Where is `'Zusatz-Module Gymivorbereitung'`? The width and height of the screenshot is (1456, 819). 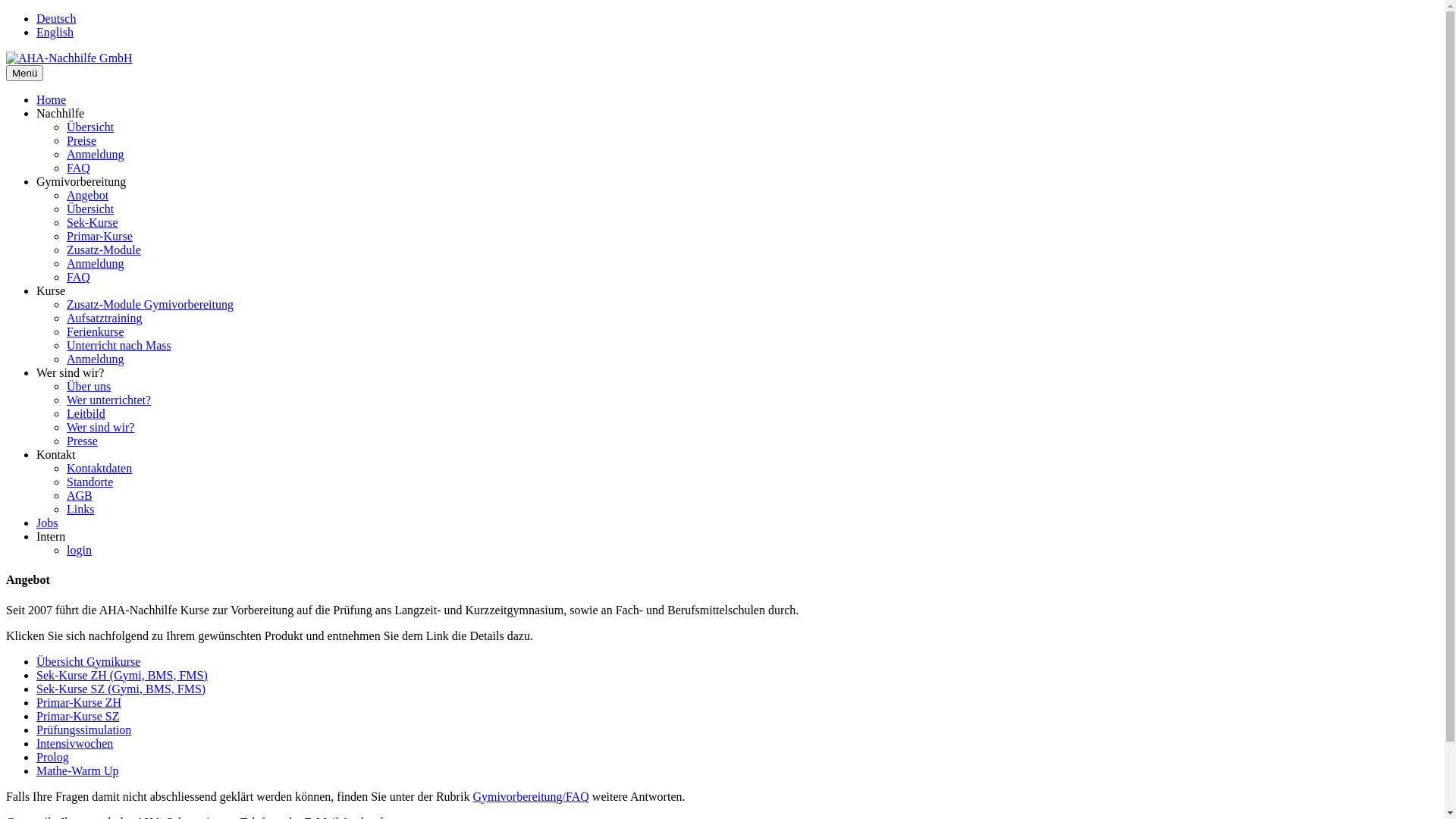 'Zusatz-Module Gymivorbereitung' is located at coordinates (149, 304).